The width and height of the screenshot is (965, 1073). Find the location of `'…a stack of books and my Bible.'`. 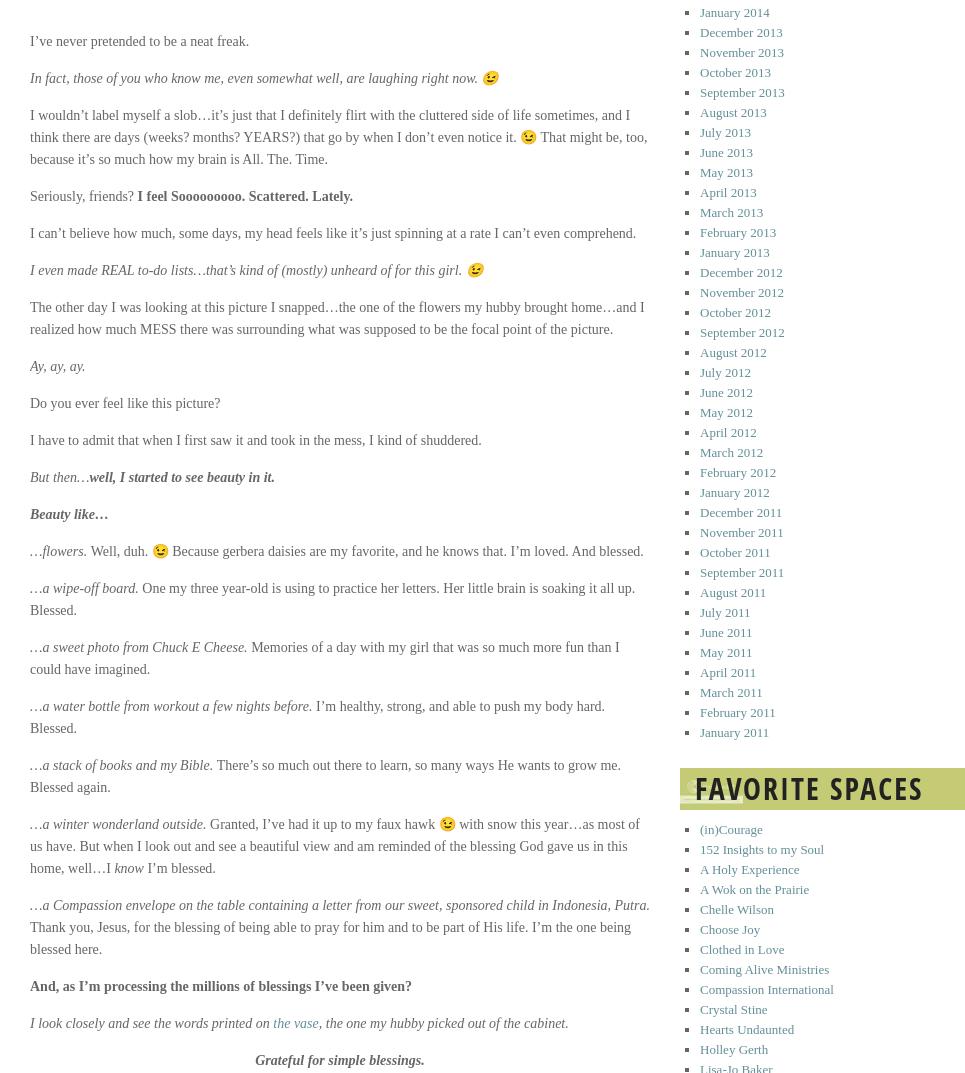

'…a stack of books and my Bible.' is located at coordinates (123, 764).